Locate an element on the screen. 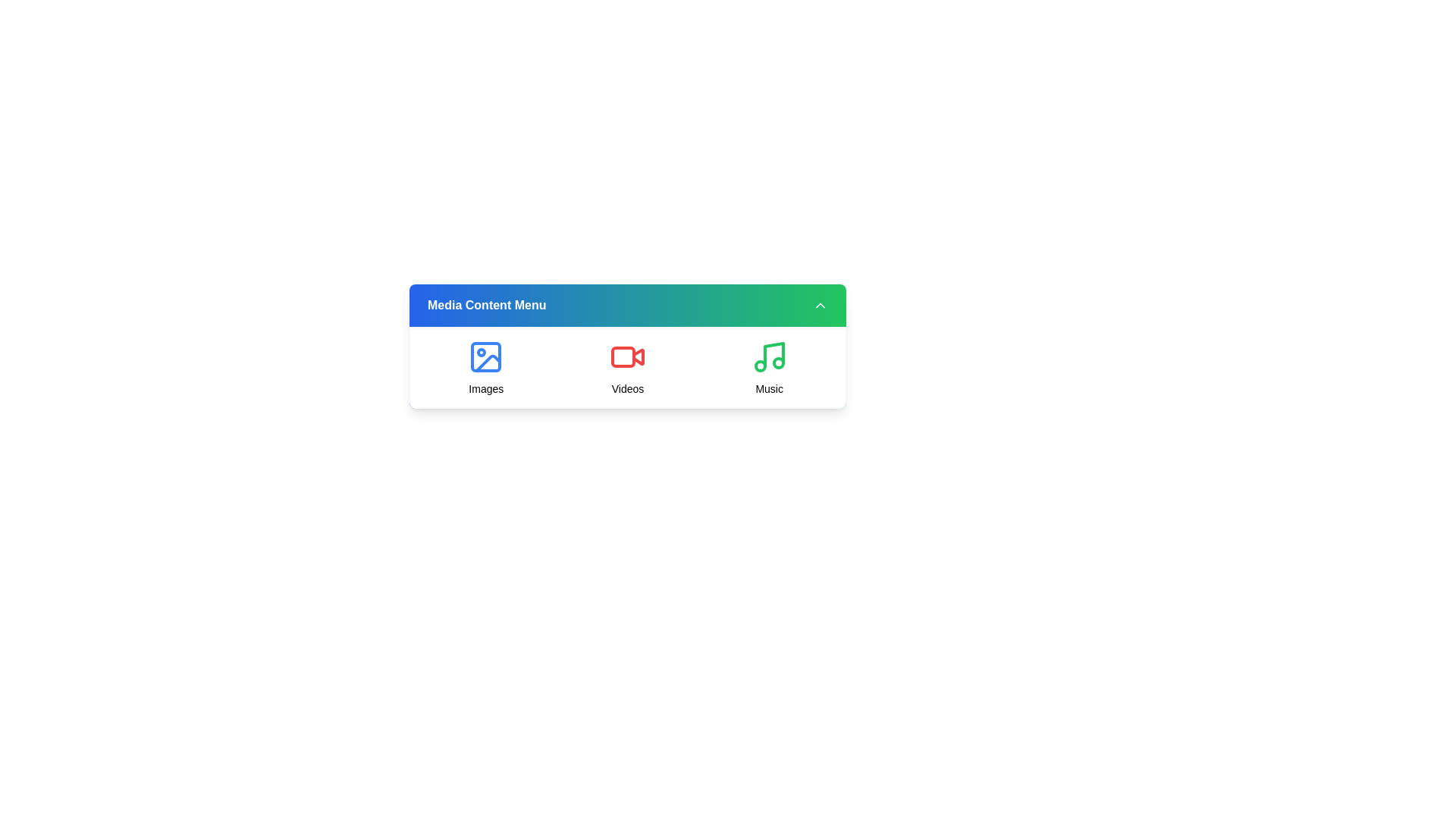 Image resolution: width=1456 pixels, height=819 pixels. the media option icon for Images is located at coordinates (486, 368).